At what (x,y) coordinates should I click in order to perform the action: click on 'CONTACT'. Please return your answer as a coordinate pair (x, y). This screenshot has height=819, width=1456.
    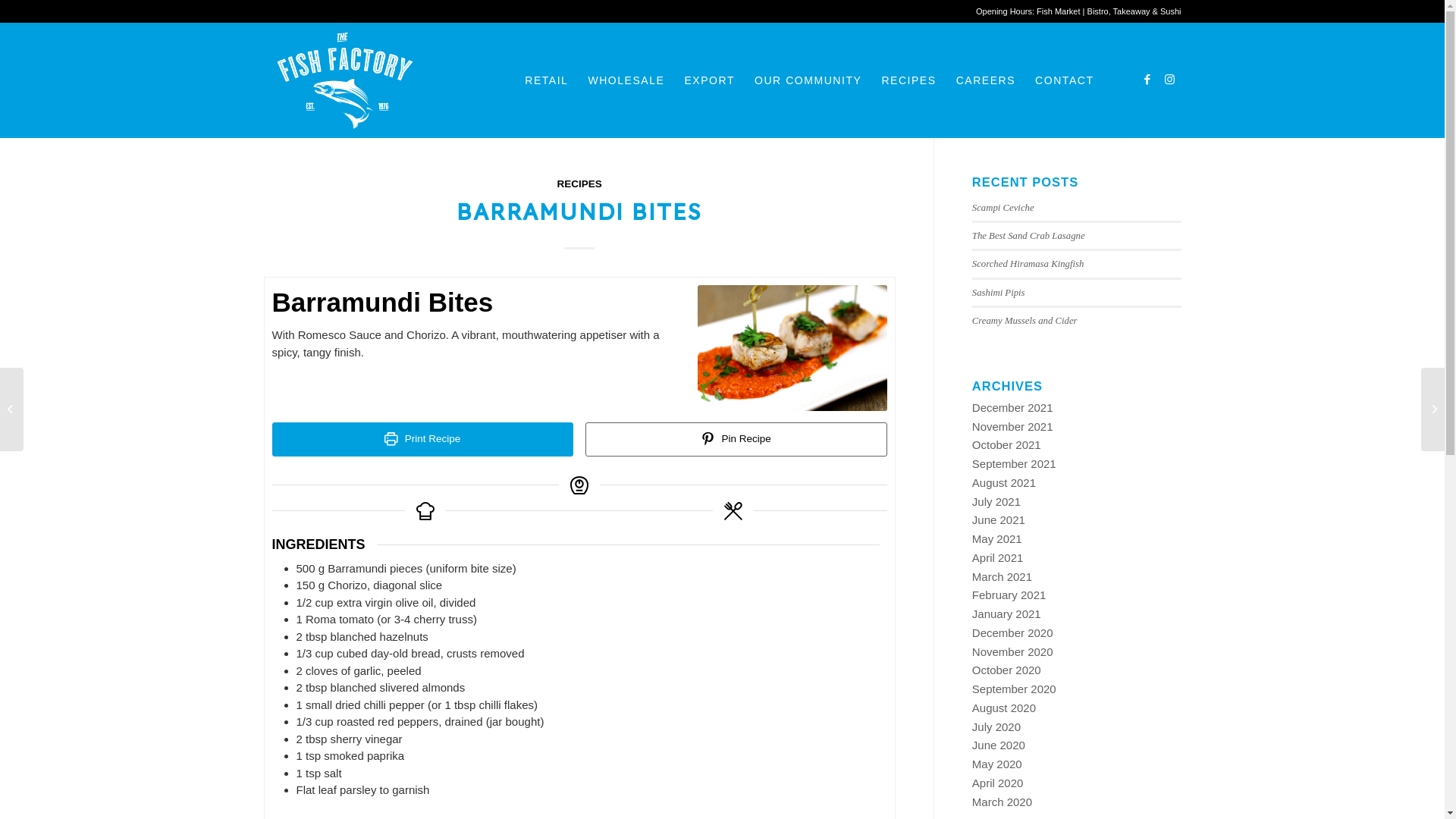
    Looking at the image, I should click on (1063, 80).